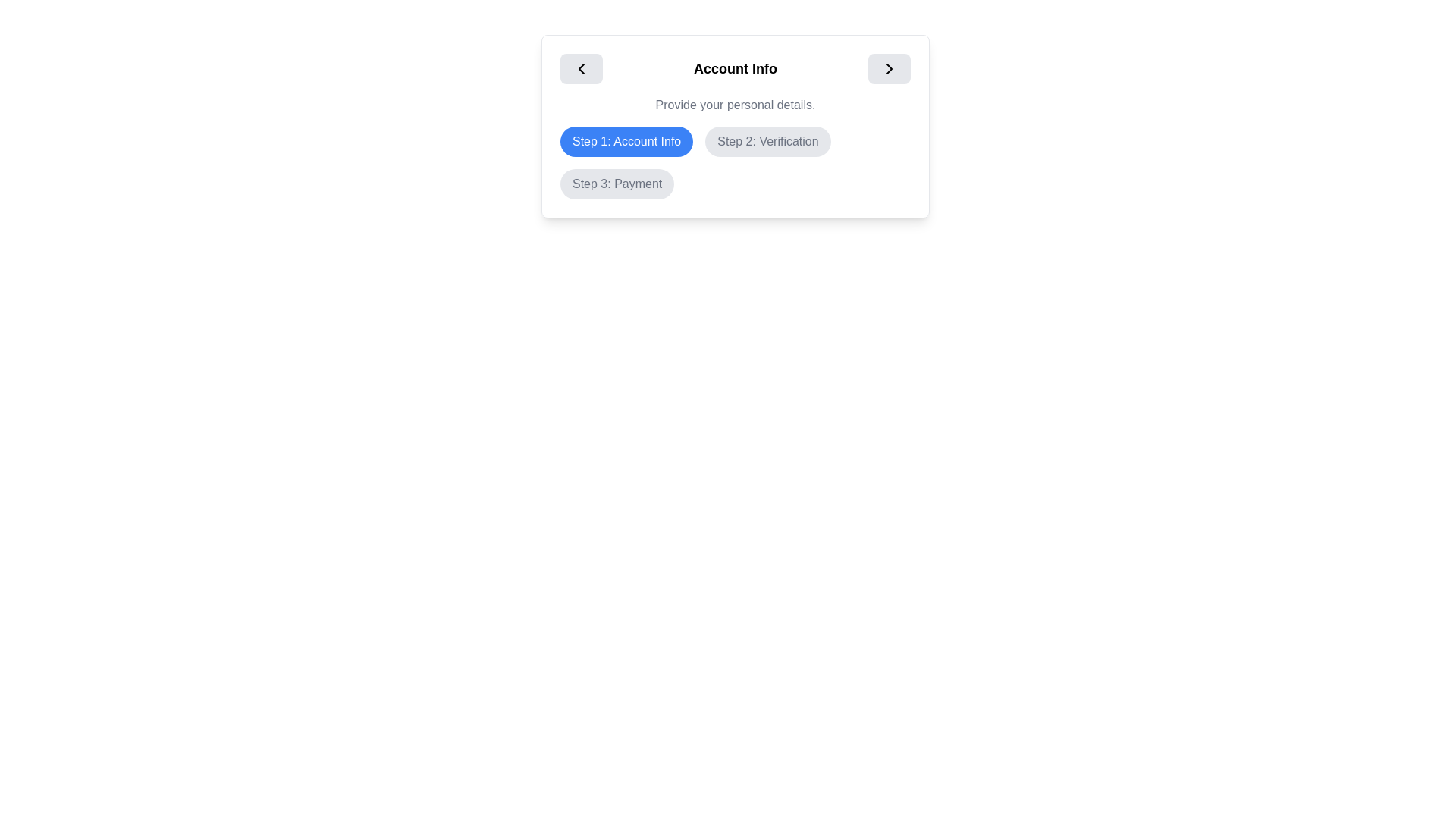 This screenshot has height=819, width=1456. What do you see at coordinates (735, 104) in the screenshot?
I see `the static text element that states 'Provide your personal details.' which is styled in gray and located below the 'Account Info' header` at bounding box center [735, 104].